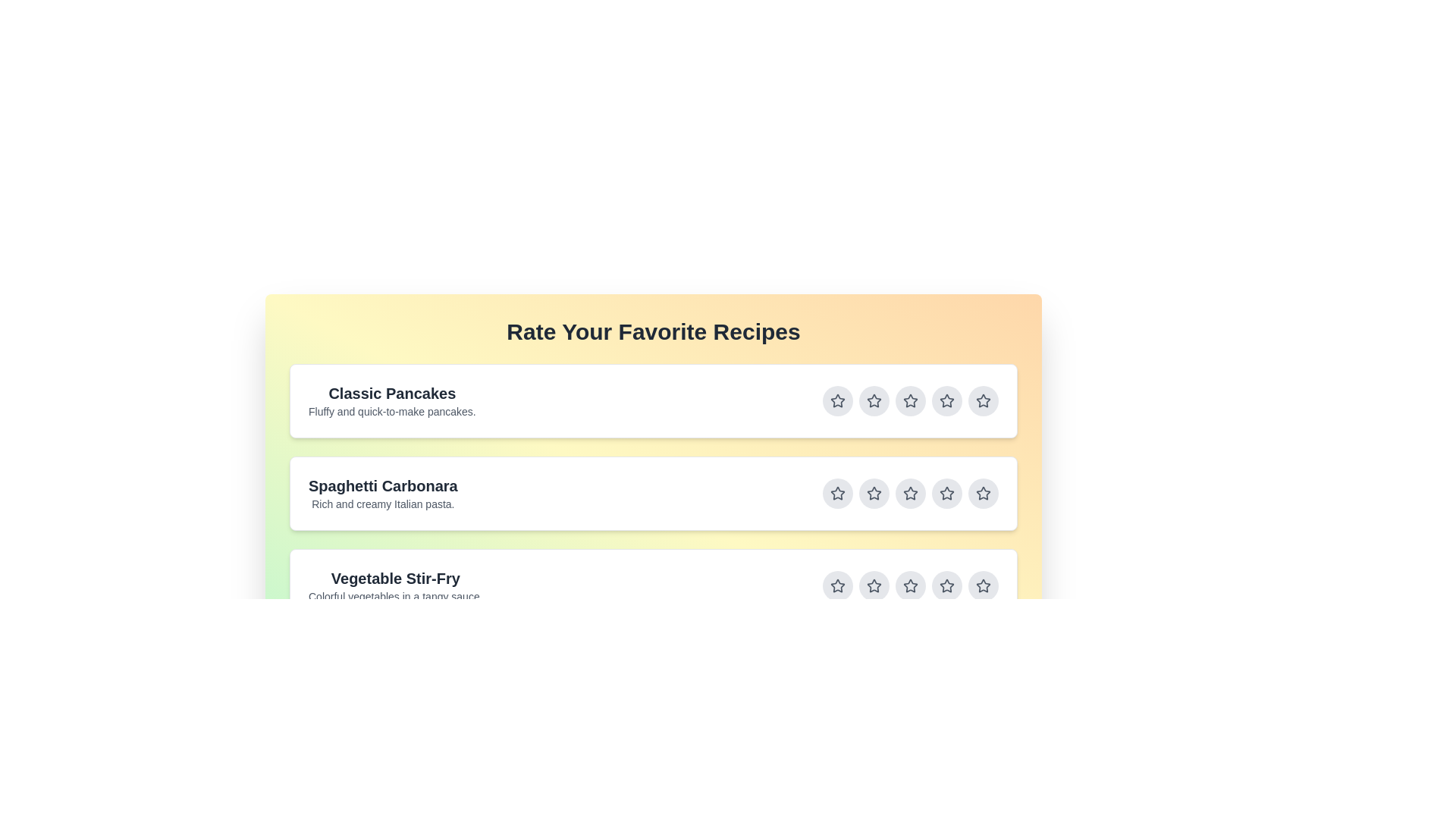 The width and height of the screenshot is (1456, 819). Describe the element at coordinates (874, 585) in the screenshot. I see `the star button for rating 2 of the recipe Vegetable Stir-Fry` at that location.